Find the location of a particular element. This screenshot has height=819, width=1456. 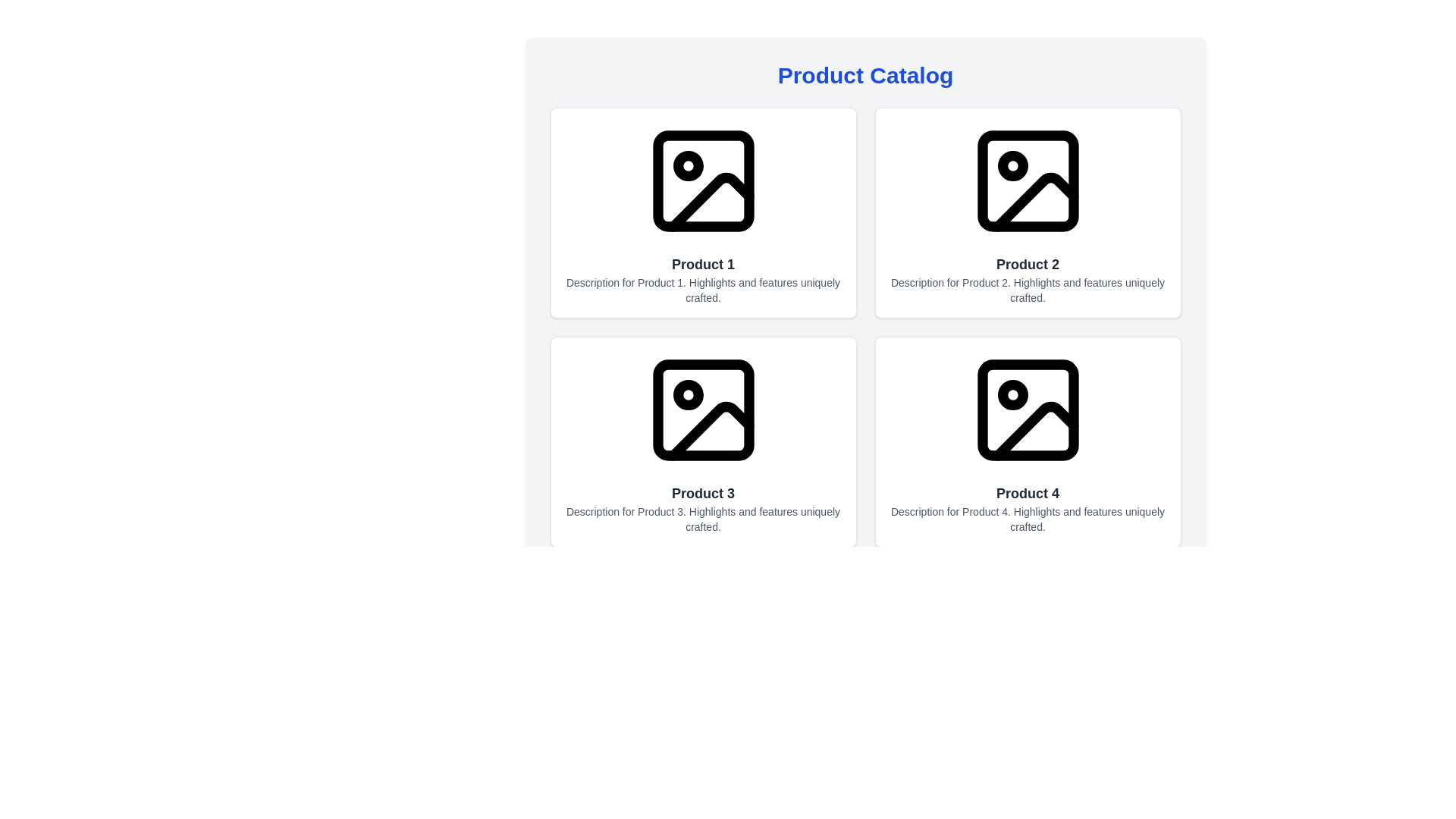

the Circle (SVG element) that indicates a state or selection for 'Product 2' located in the top-right section of the interface is located at coordinates (1012, 166).